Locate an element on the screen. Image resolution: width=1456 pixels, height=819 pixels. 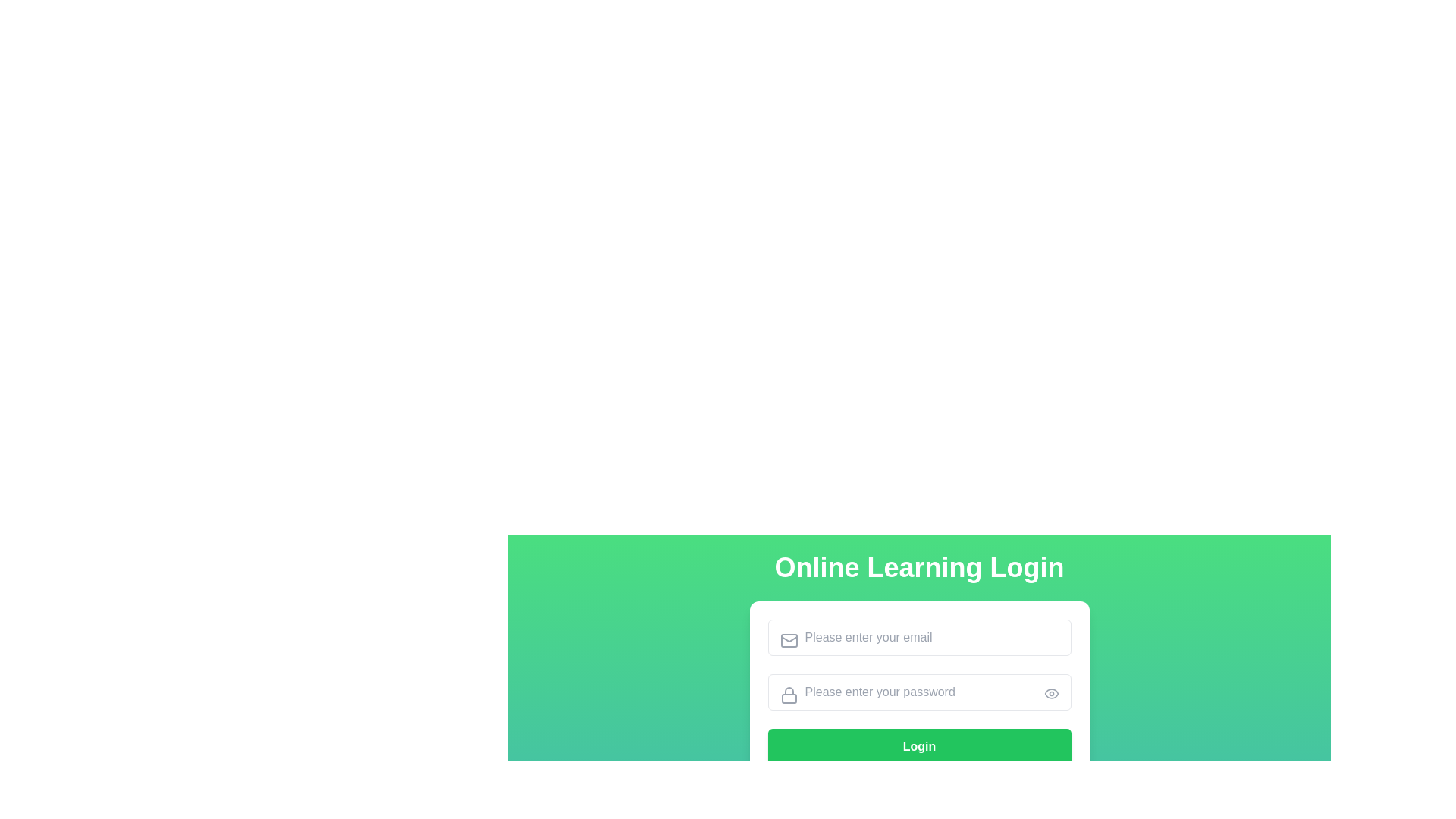
the submission button located at the bottom of the card-like structure to change its appearance is located at coordinates (918, 745).